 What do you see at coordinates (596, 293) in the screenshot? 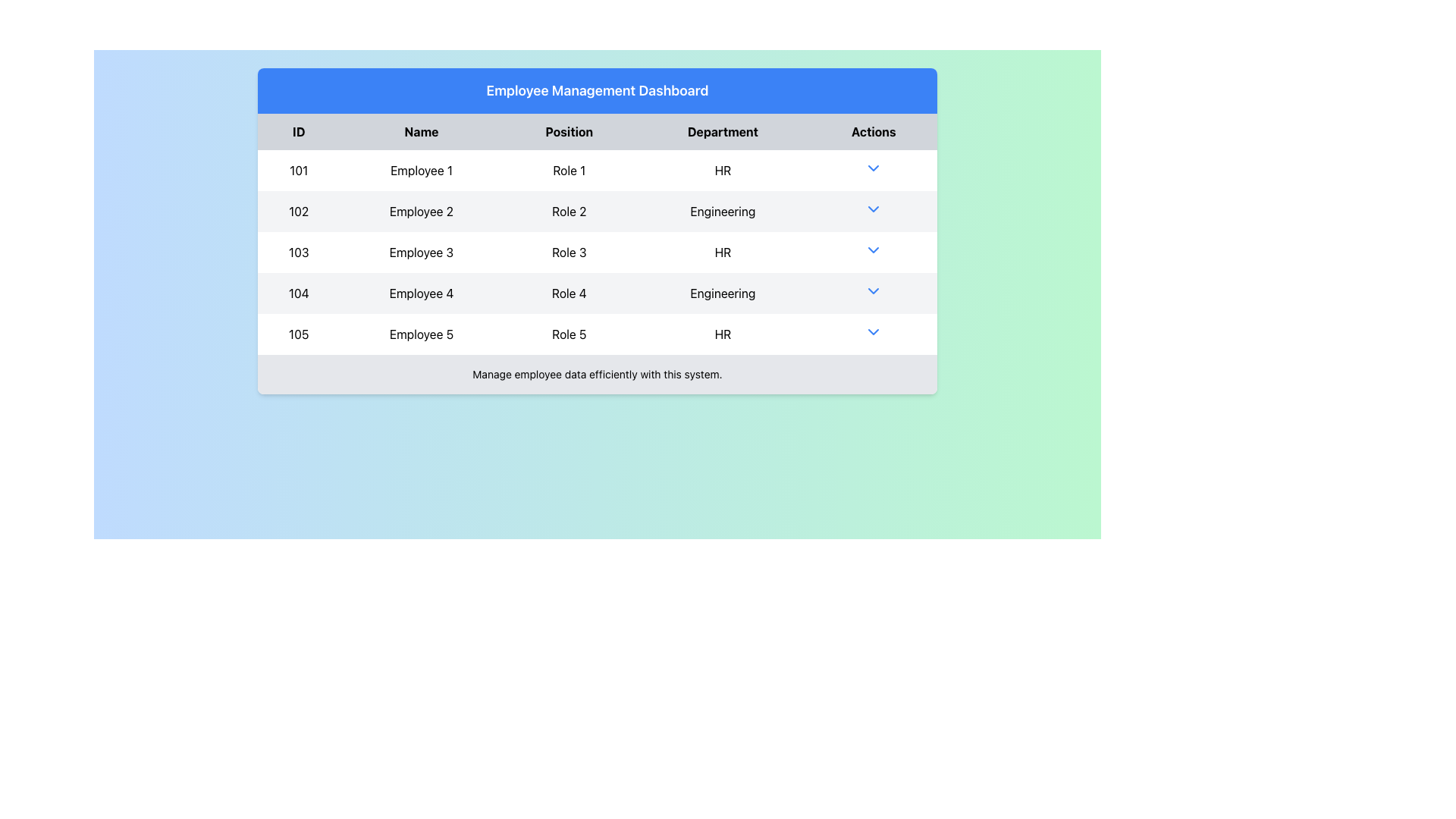
I see `the fourth row in the employee management table` at bounding box center [596, 293].